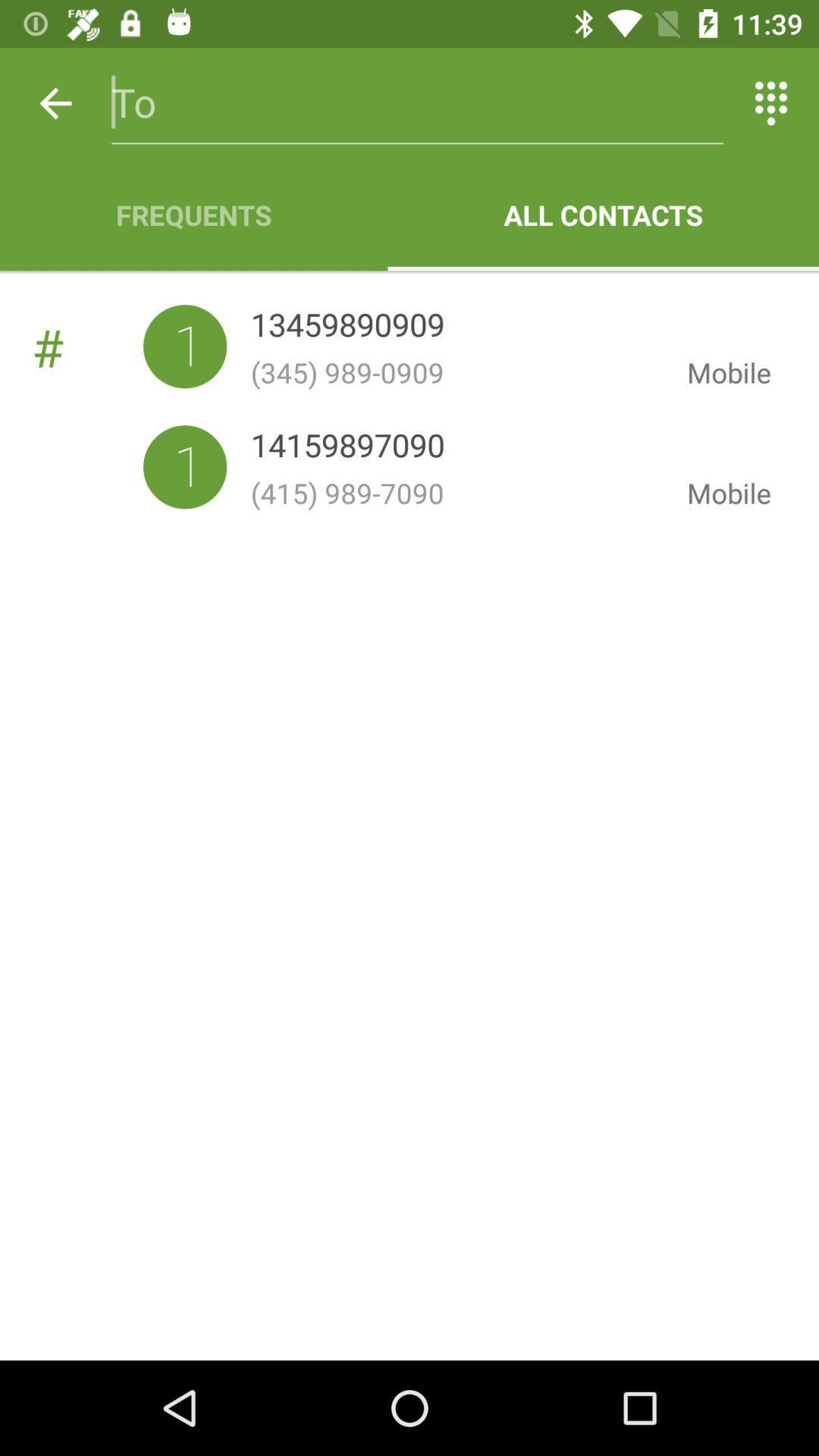 The width and height of the screenshot is (819, 1456). What do you see at coordinates (55, 102) in the screenshot?
I see `the app above frequents item` at bounding box center [55, 102].